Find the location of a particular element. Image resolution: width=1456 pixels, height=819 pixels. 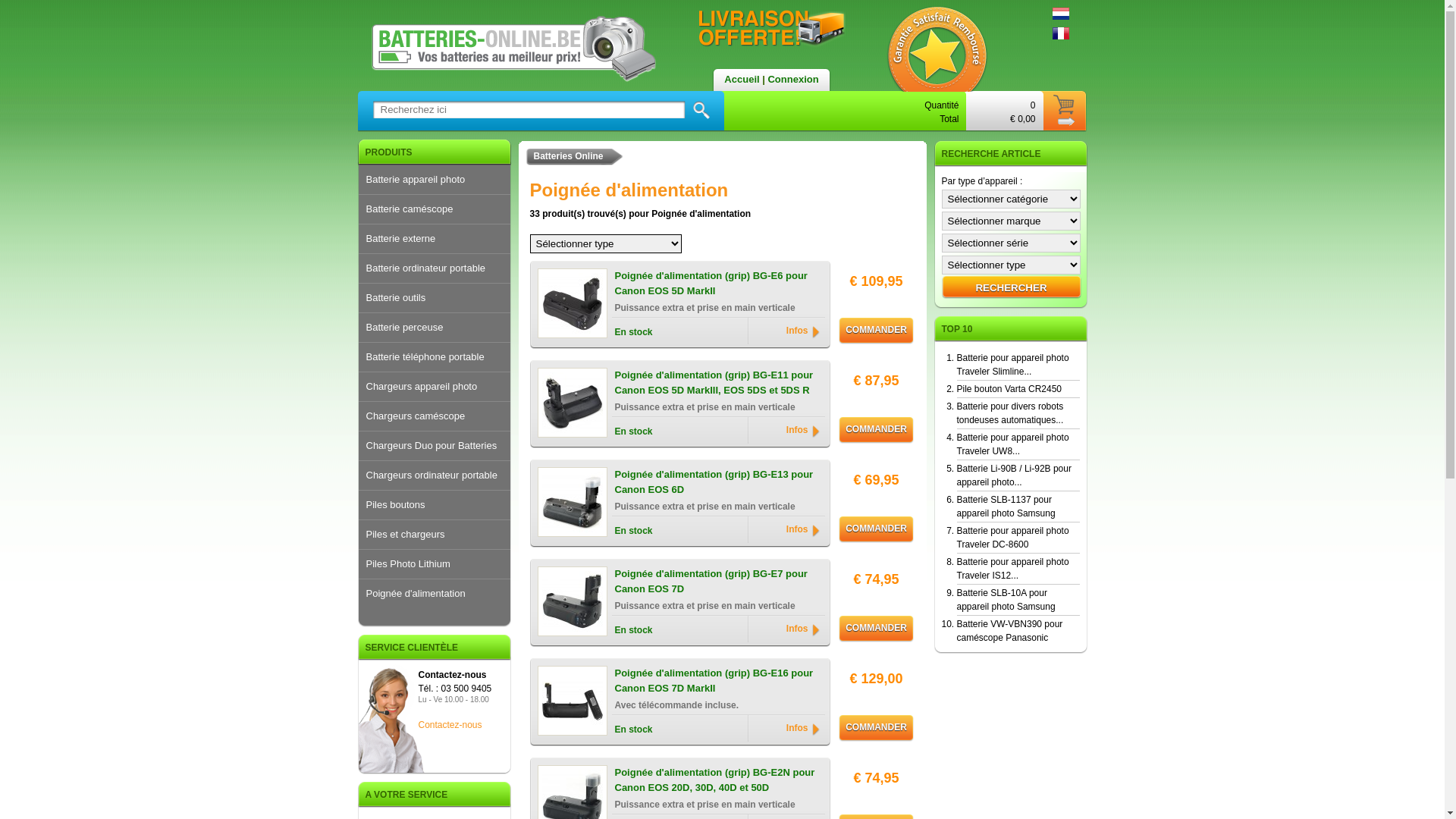

'Piles et chargeurs' is located at coordinates (356, 534).